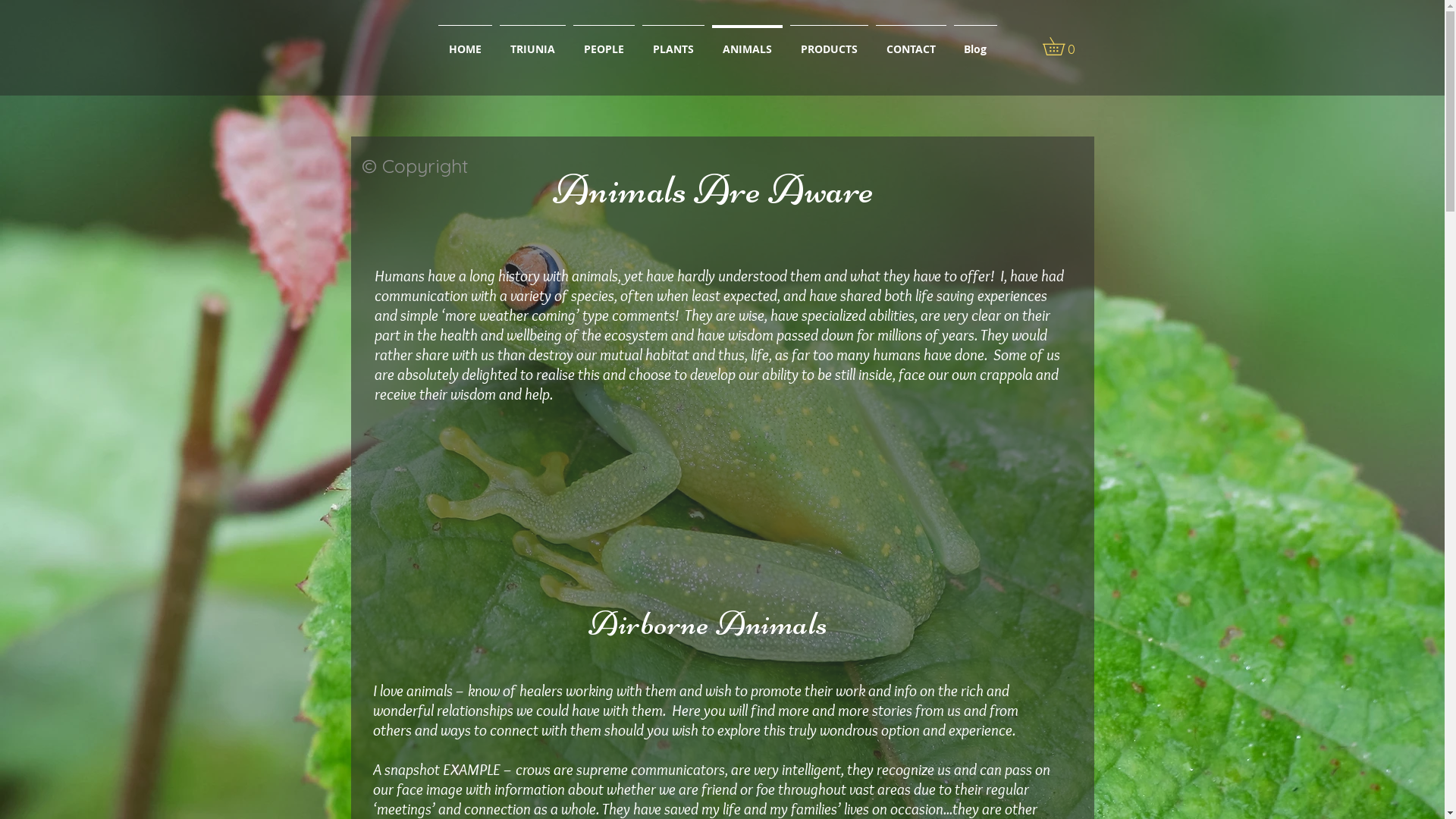 The width and height of the screenshot is (1456, 819). I want to click on 'HOME', so click(463, 42).